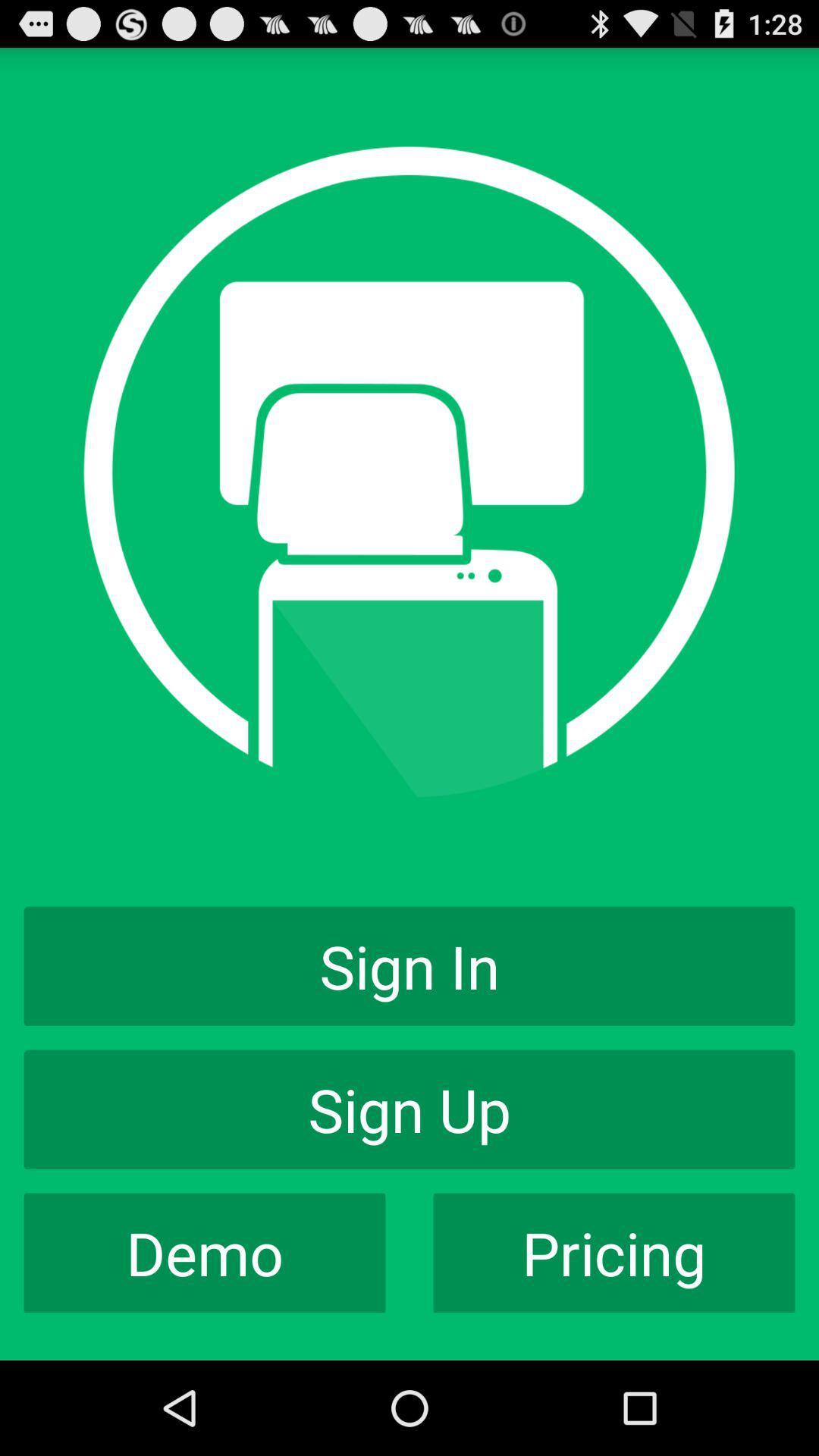 This screenshot has height=1456, width=819. What do you see at coordinates (205, 1253) in the screenshot?
I see `the demo app` at bounding box center [205, 1253].